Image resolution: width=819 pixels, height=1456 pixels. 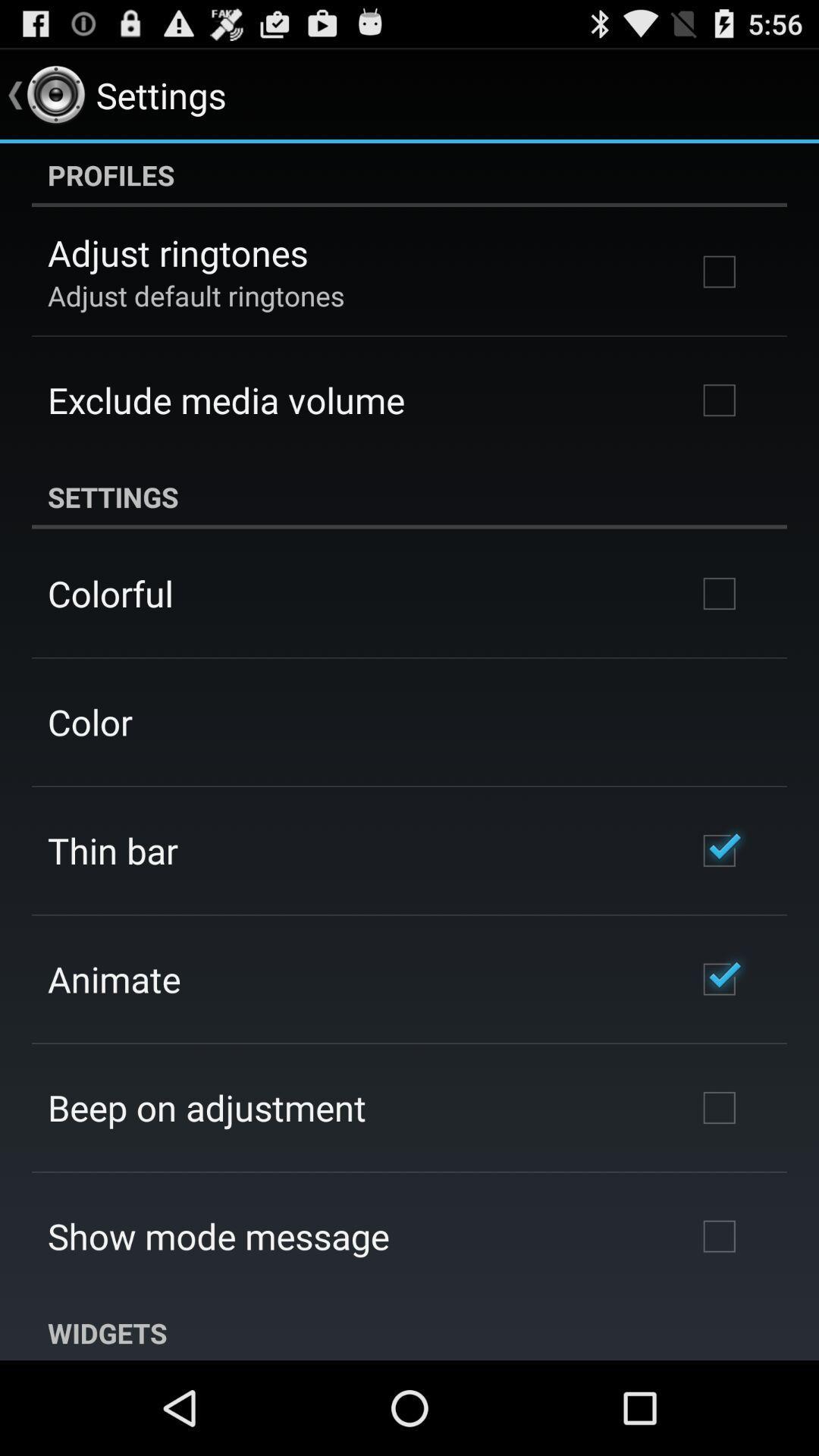 I want to click on item above the show mode message item, so click(x=207, y=1107).